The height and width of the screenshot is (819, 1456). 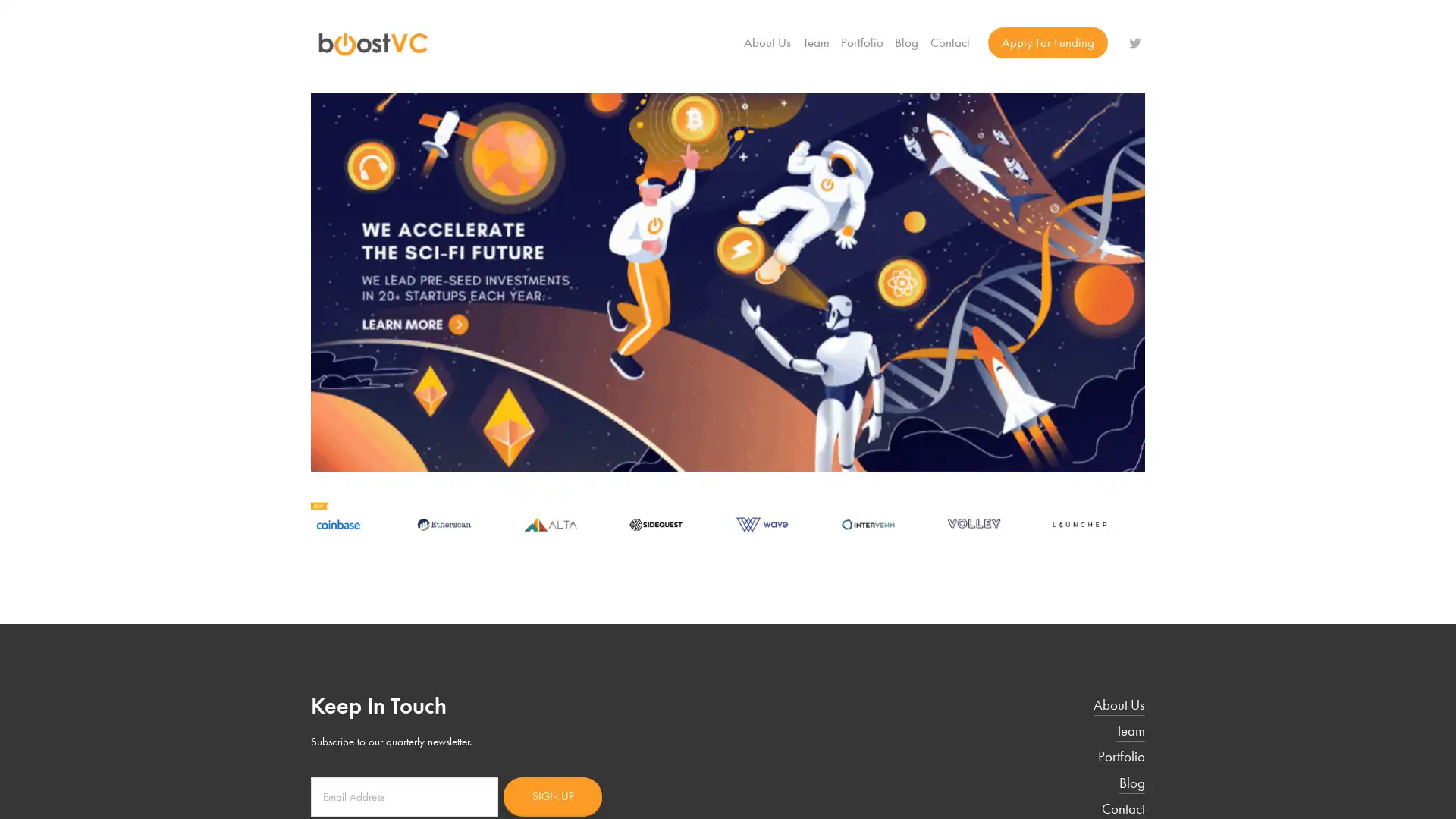 I want to click on SIGN UP, so click(x=552, y=795).